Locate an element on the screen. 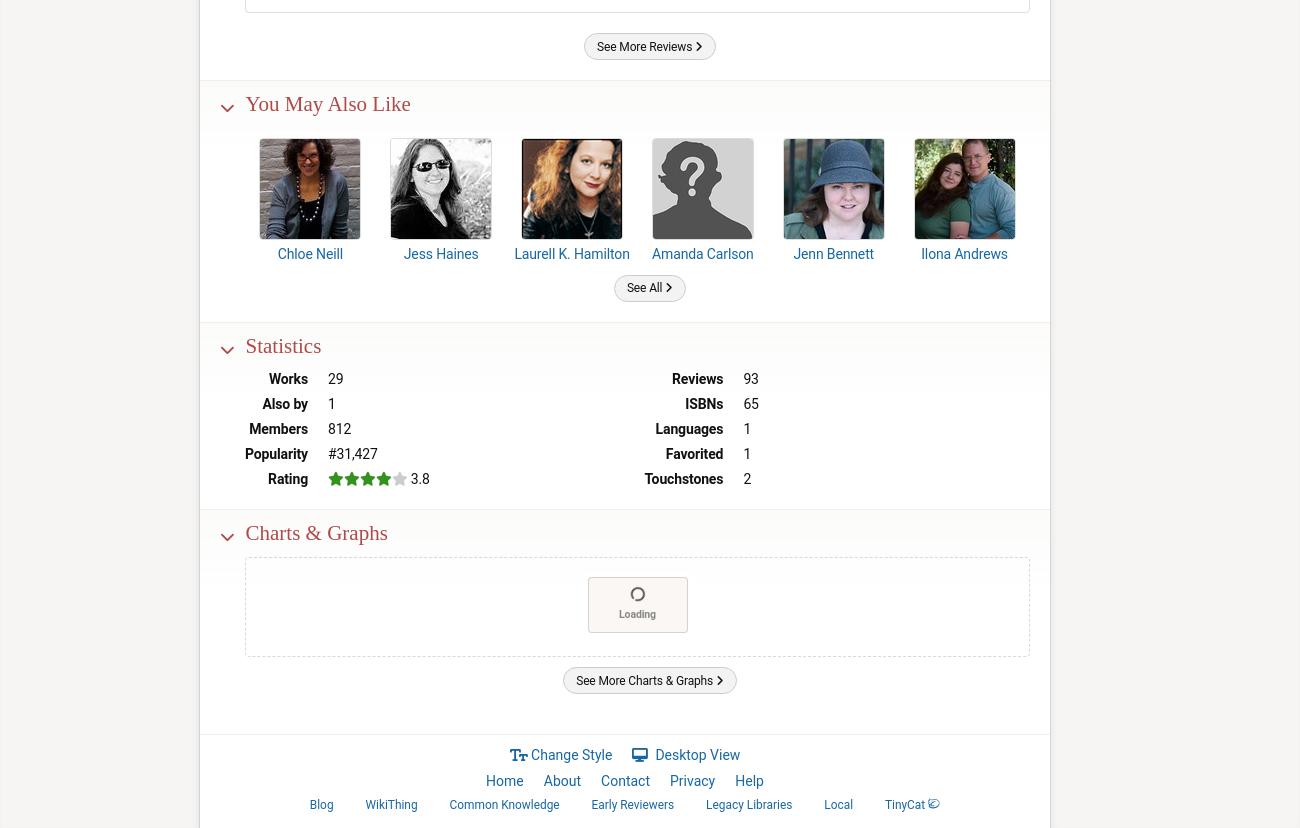  'Works' is located at coordinates (287, 378).